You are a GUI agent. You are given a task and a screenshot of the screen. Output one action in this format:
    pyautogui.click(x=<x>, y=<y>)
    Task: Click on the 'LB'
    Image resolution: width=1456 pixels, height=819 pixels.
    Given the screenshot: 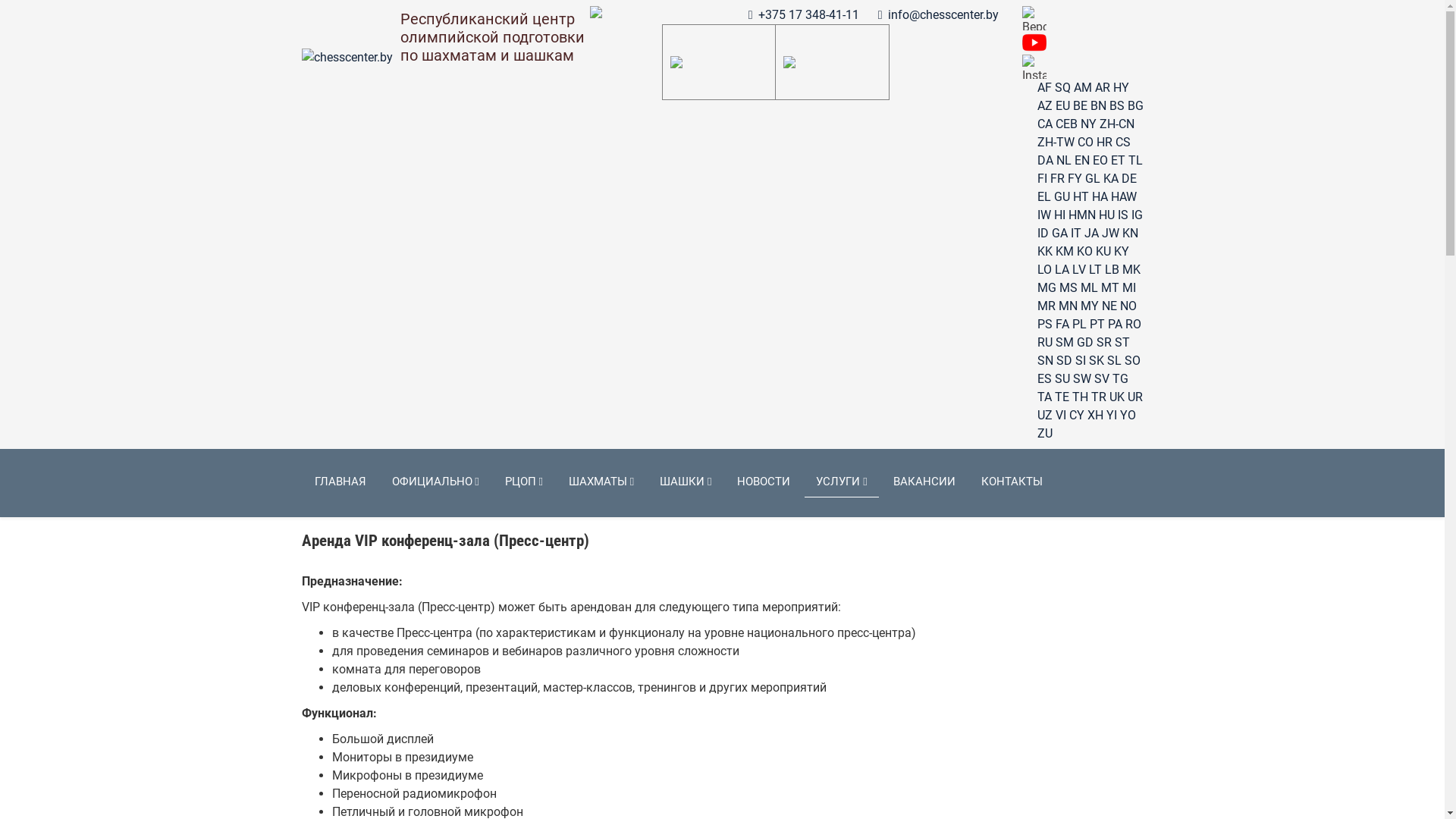 What is the action you would take?
    pyautogui.click(x=1111, y=268)
    